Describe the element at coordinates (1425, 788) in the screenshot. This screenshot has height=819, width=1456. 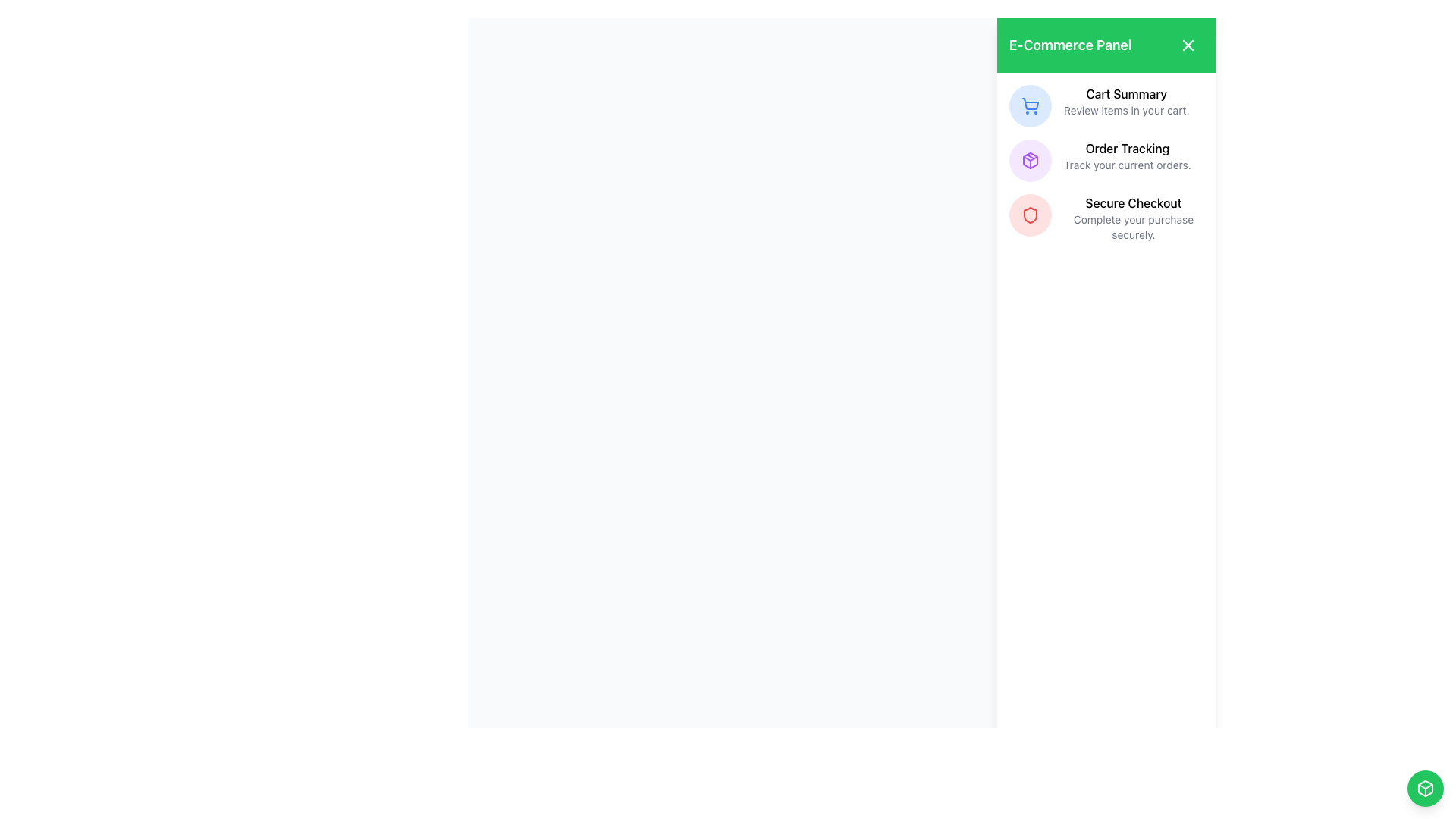
I see `the small box icon styled with thin lines located within the green circular button in the bottom-right corner of the interface` at that location.